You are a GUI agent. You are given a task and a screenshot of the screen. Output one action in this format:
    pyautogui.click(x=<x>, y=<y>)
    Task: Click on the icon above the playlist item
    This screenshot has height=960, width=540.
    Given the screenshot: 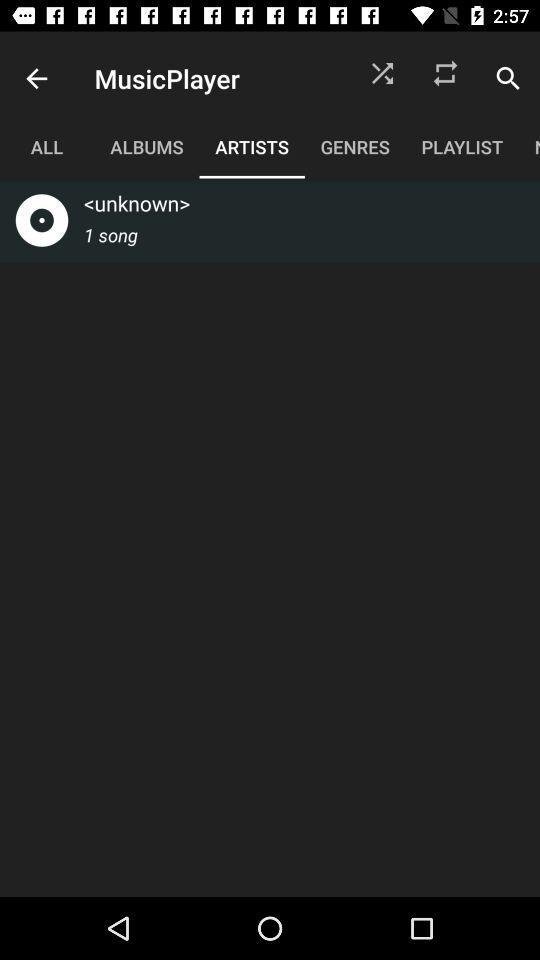 What is the action you would take?
    pyautogui.click(x=445, y=78)
    